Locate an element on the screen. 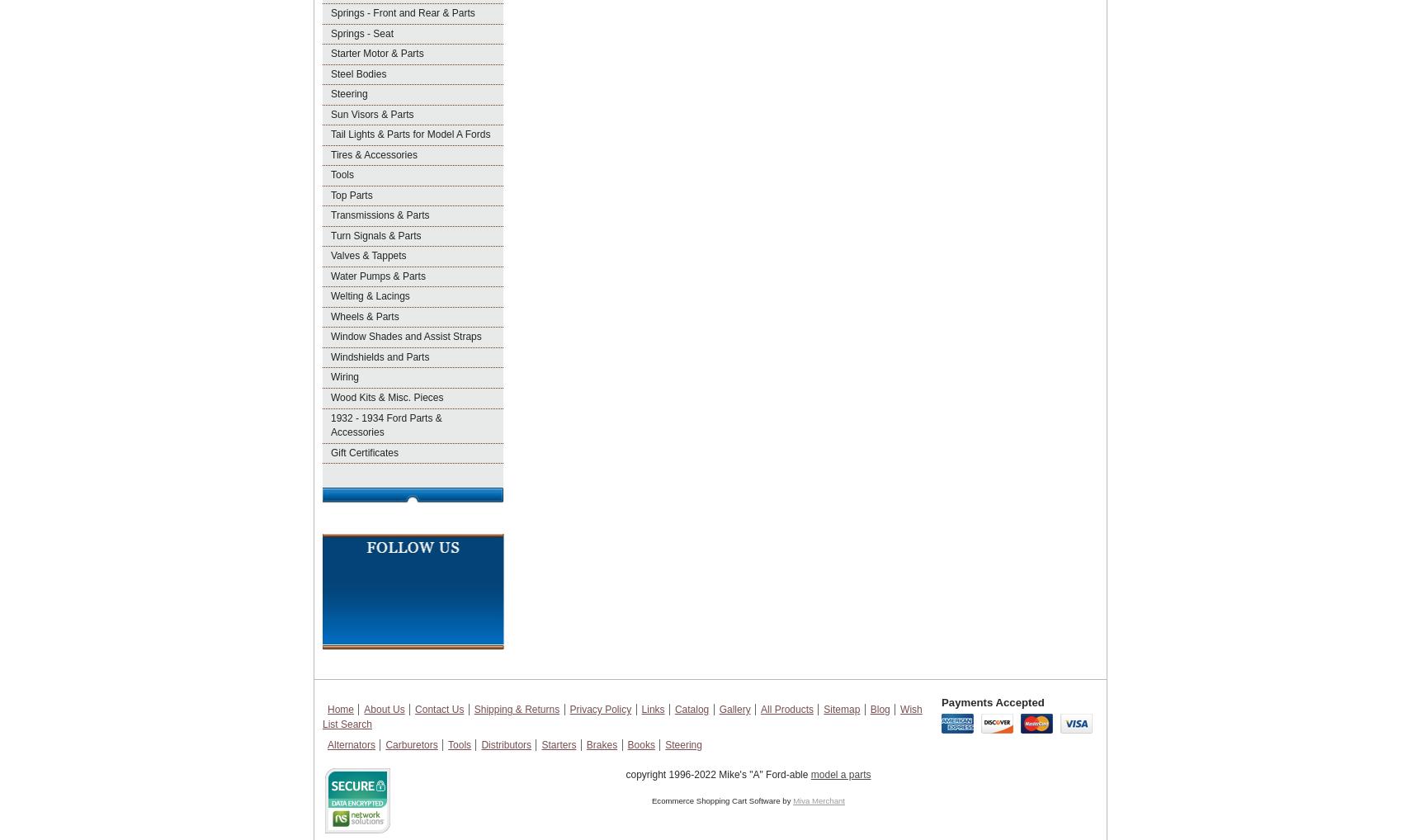  'Wiring' is located at coordinates (344, 375).